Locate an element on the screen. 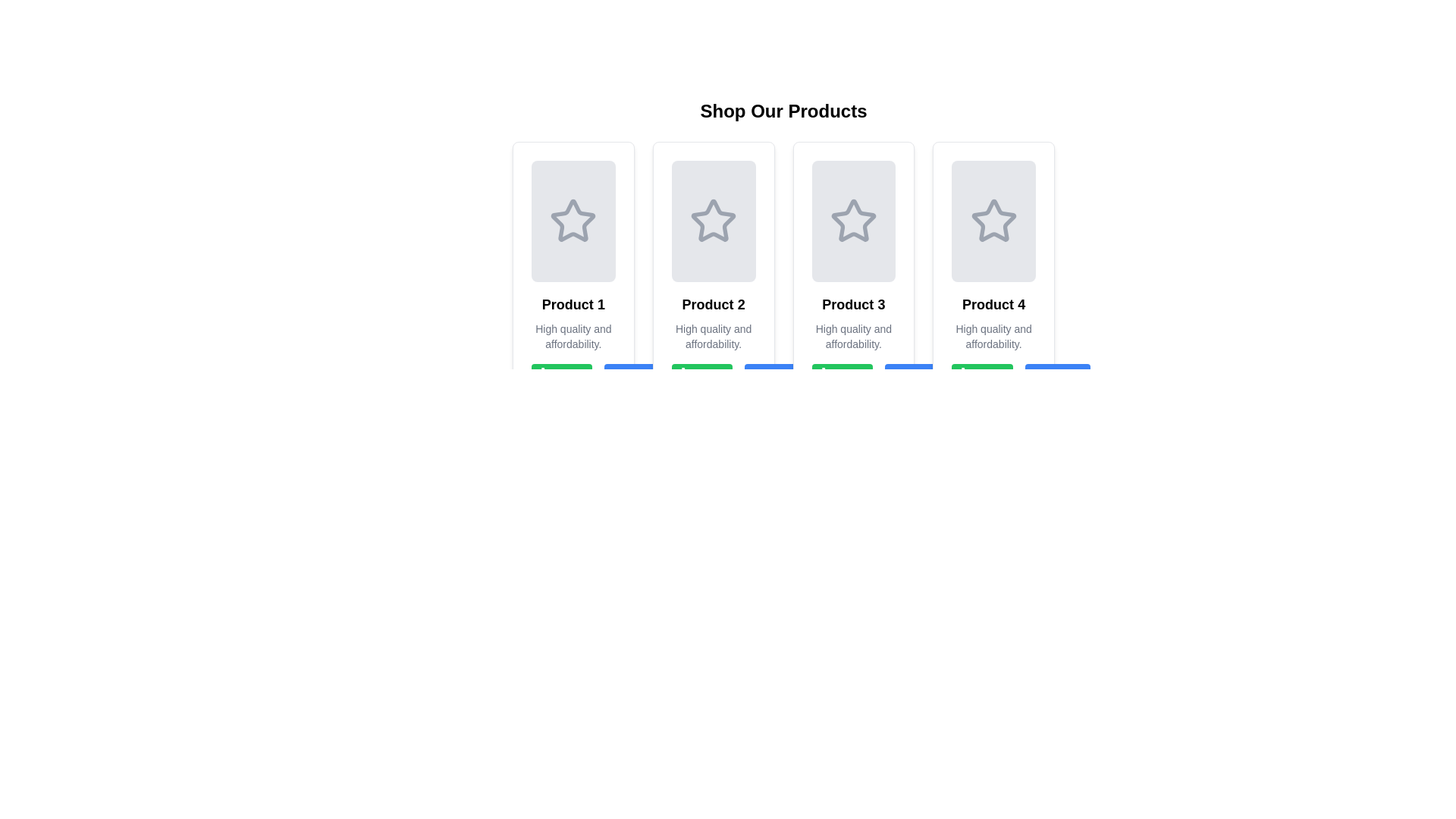 The width and height of the screenshot is (1456, 819). the favorite icon located in the third product card, centrally placed below the product image and description is located at coordinates (839, 375).